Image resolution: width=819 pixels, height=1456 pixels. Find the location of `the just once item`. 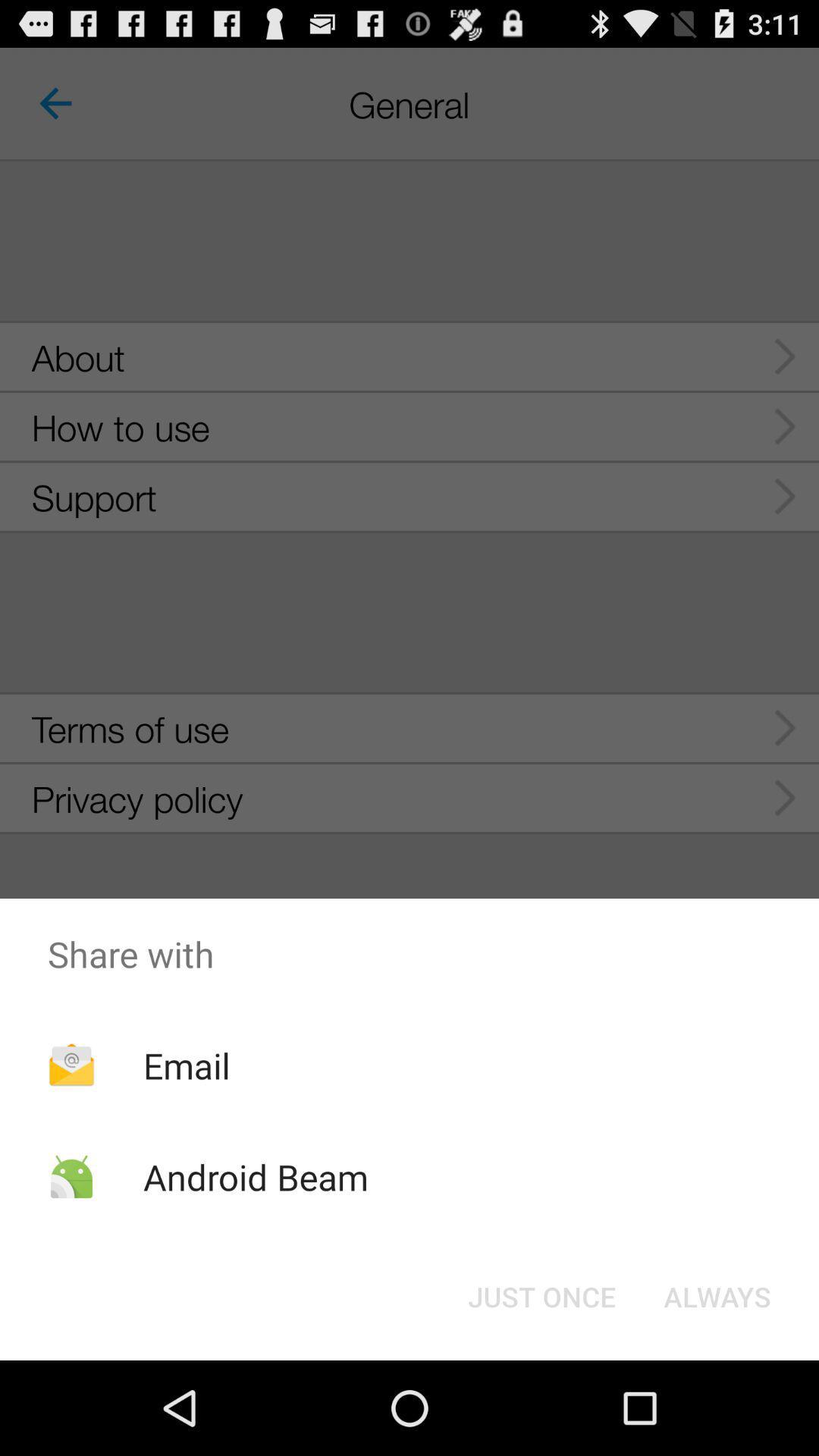

the just once item is located at coordinates (541, 1295).